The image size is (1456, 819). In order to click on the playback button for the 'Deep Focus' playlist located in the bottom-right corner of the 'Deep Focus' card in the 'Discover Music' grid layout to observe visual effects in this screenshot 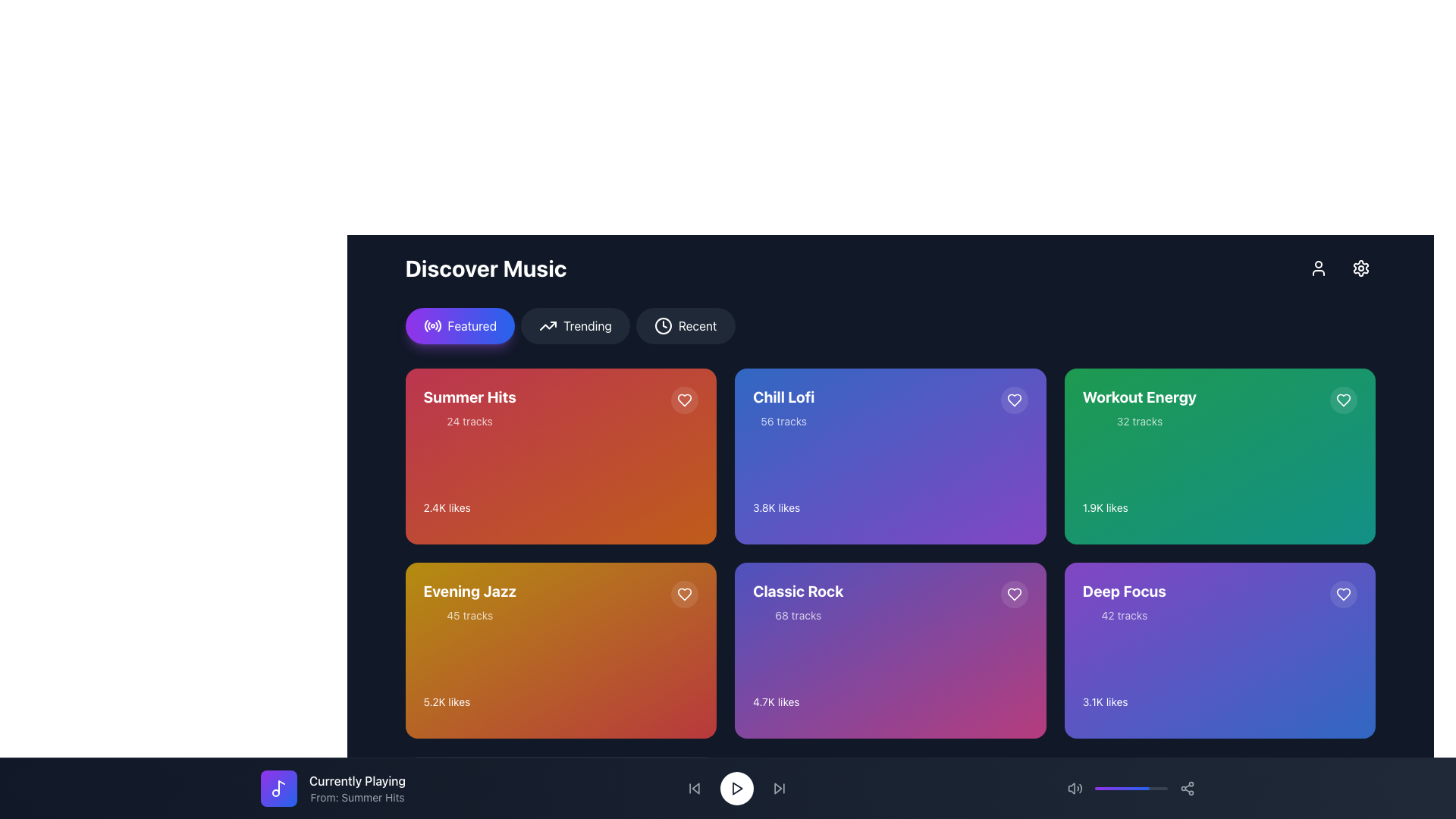, I will do `click(1339, 725)`.